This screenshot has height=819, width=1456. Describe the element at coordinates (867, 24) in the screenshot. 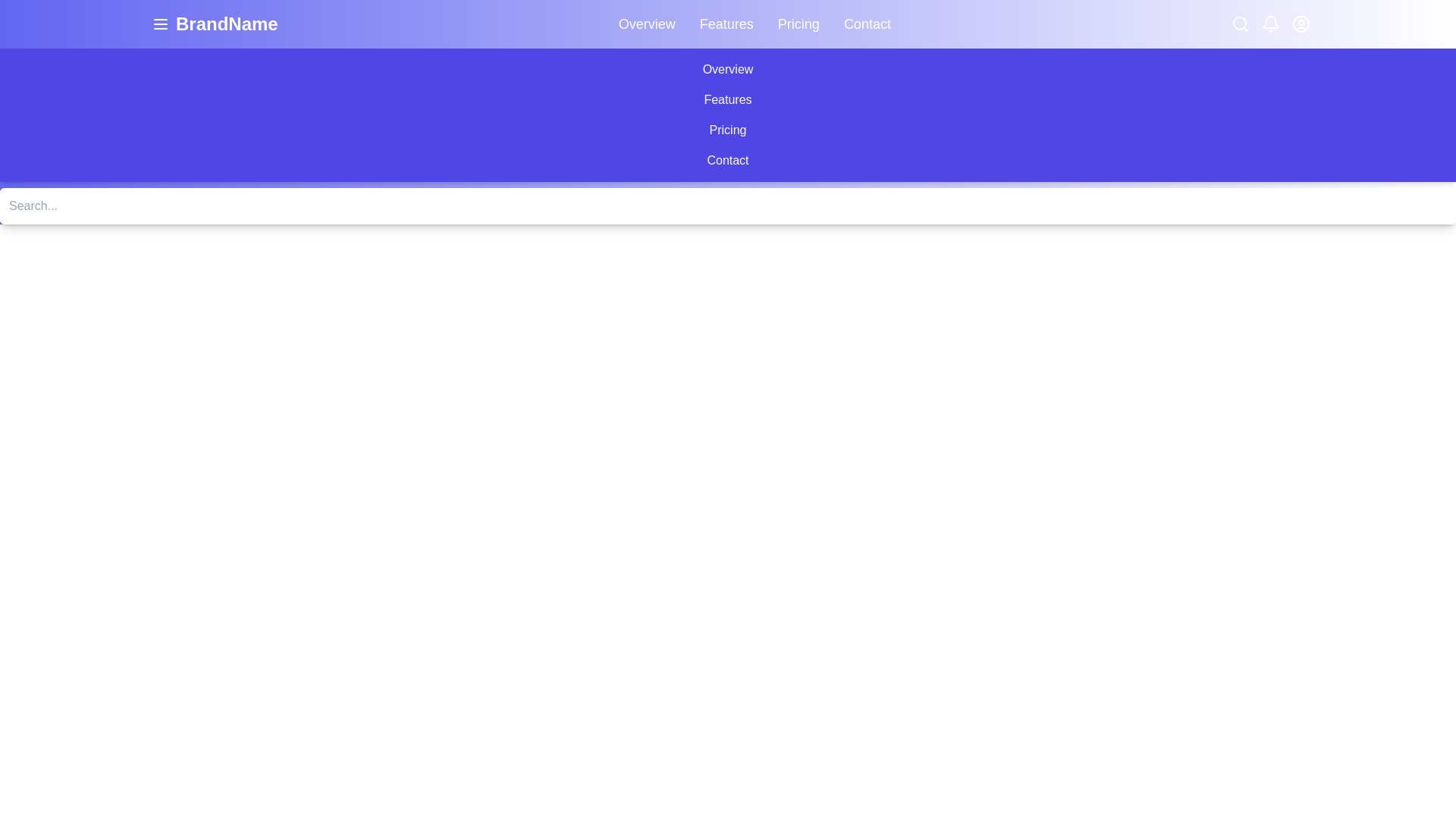

I see `the fourth item in the horizontal navigation menu bar, which is a hyperlink leading to the 'Contact' section` at that location.